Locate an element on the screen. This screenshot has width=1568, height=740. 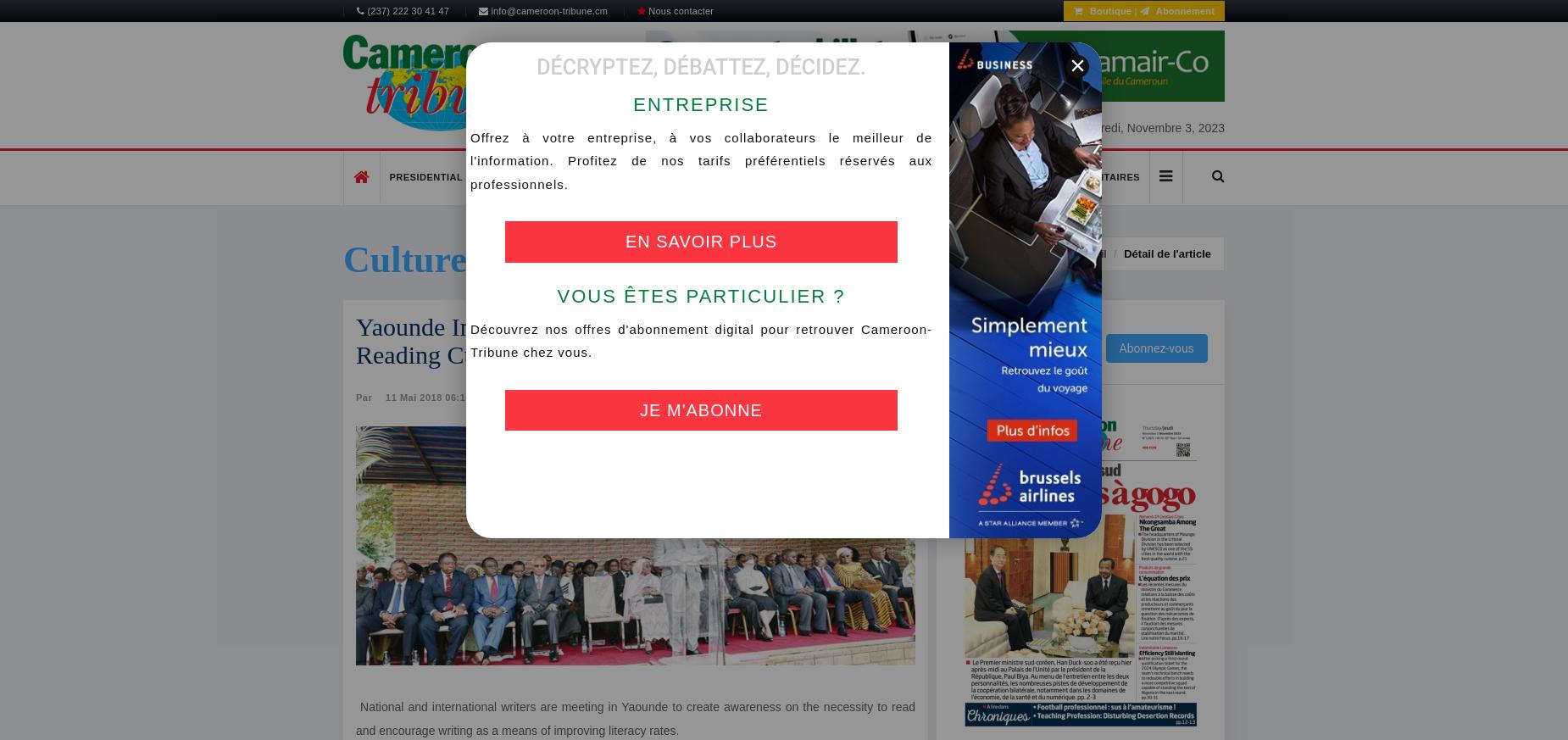
'Abonnez-vous' is located at coordinates (1155, 346).